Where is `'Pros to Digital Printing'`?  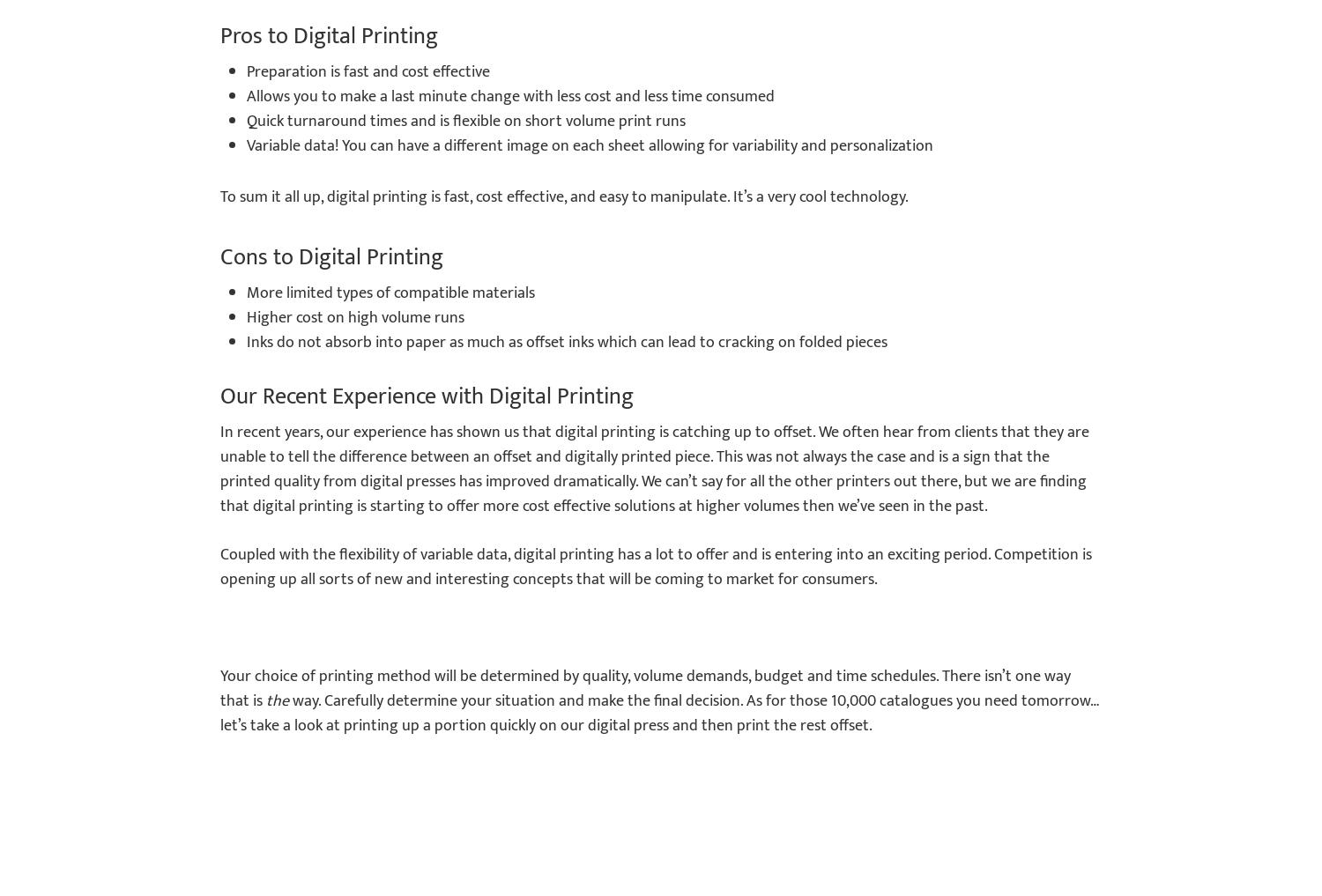 'Pros to Digital Printing' is located at coordinates (328, 35).